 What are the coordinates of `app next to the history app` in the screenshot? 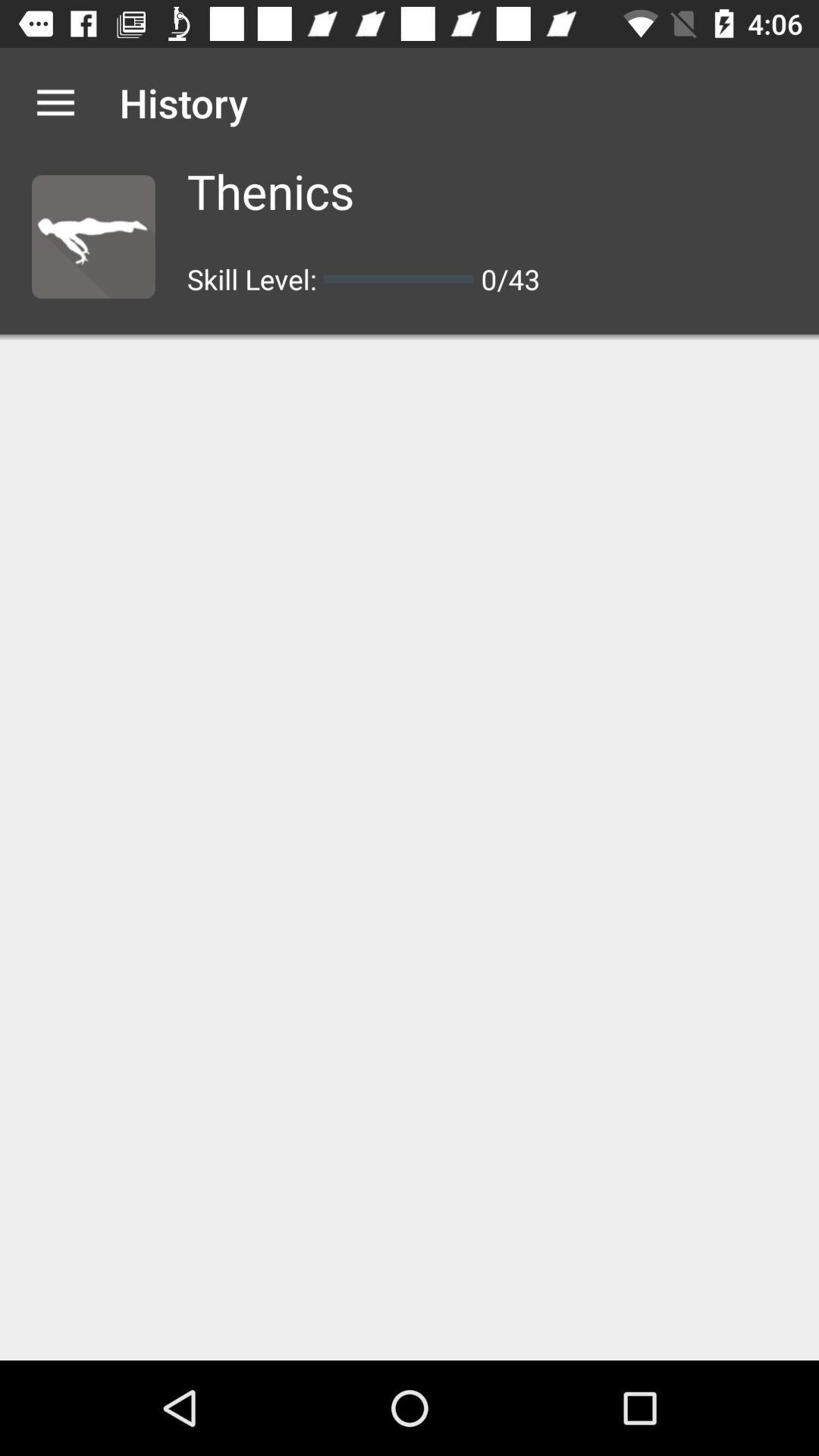 It's located at (55, 102).